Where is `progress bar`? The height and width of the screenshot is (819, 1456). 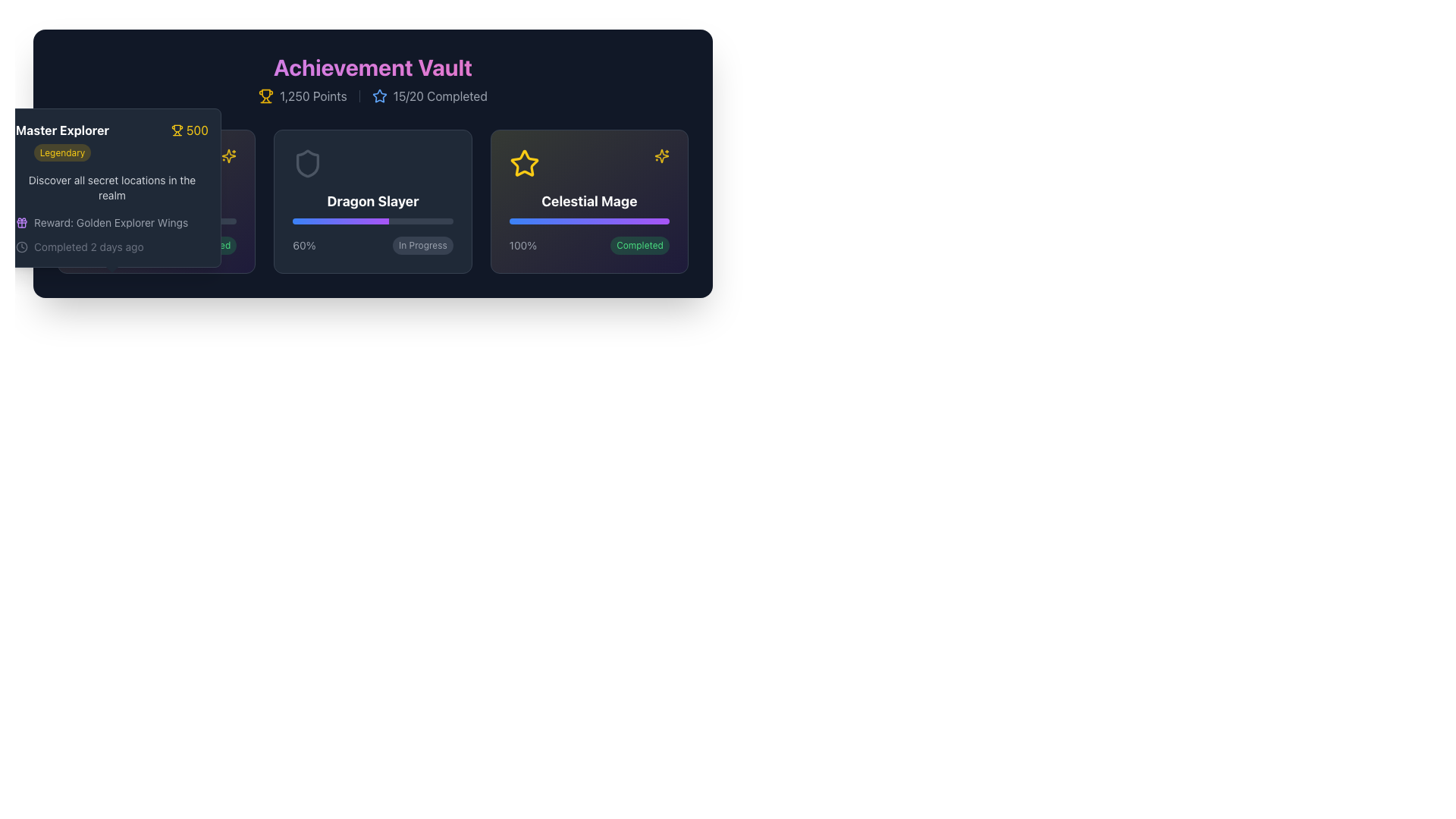
progress bar is located at coordinates (336, 221).